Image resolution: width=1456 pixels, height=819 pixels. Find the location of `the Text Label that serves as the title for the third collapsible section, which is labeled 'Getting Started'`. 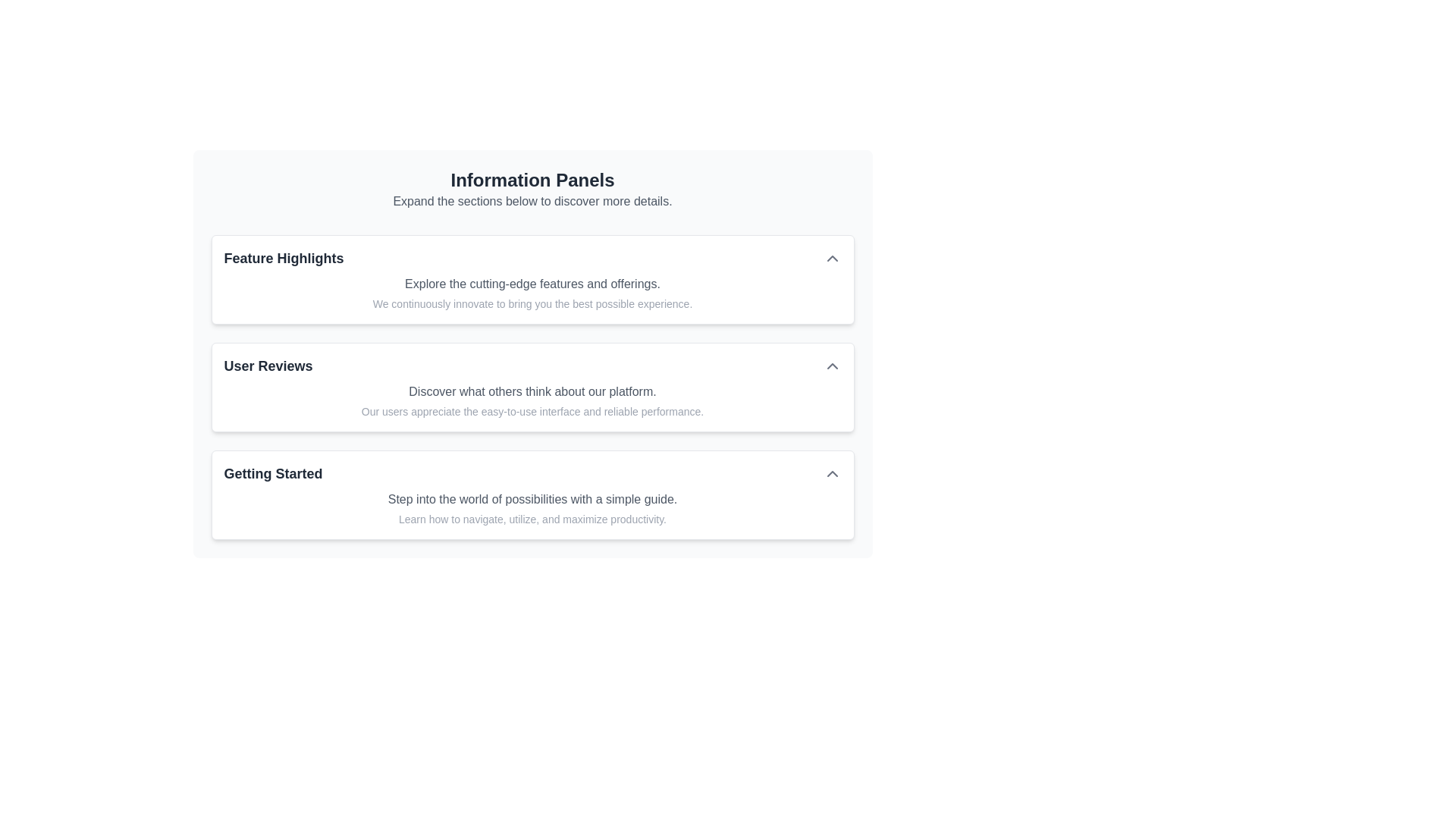

the Text Label that serves as the title for the third collapsible section, which is labeled 'Getting Started' is located at coordinates (273, 472).